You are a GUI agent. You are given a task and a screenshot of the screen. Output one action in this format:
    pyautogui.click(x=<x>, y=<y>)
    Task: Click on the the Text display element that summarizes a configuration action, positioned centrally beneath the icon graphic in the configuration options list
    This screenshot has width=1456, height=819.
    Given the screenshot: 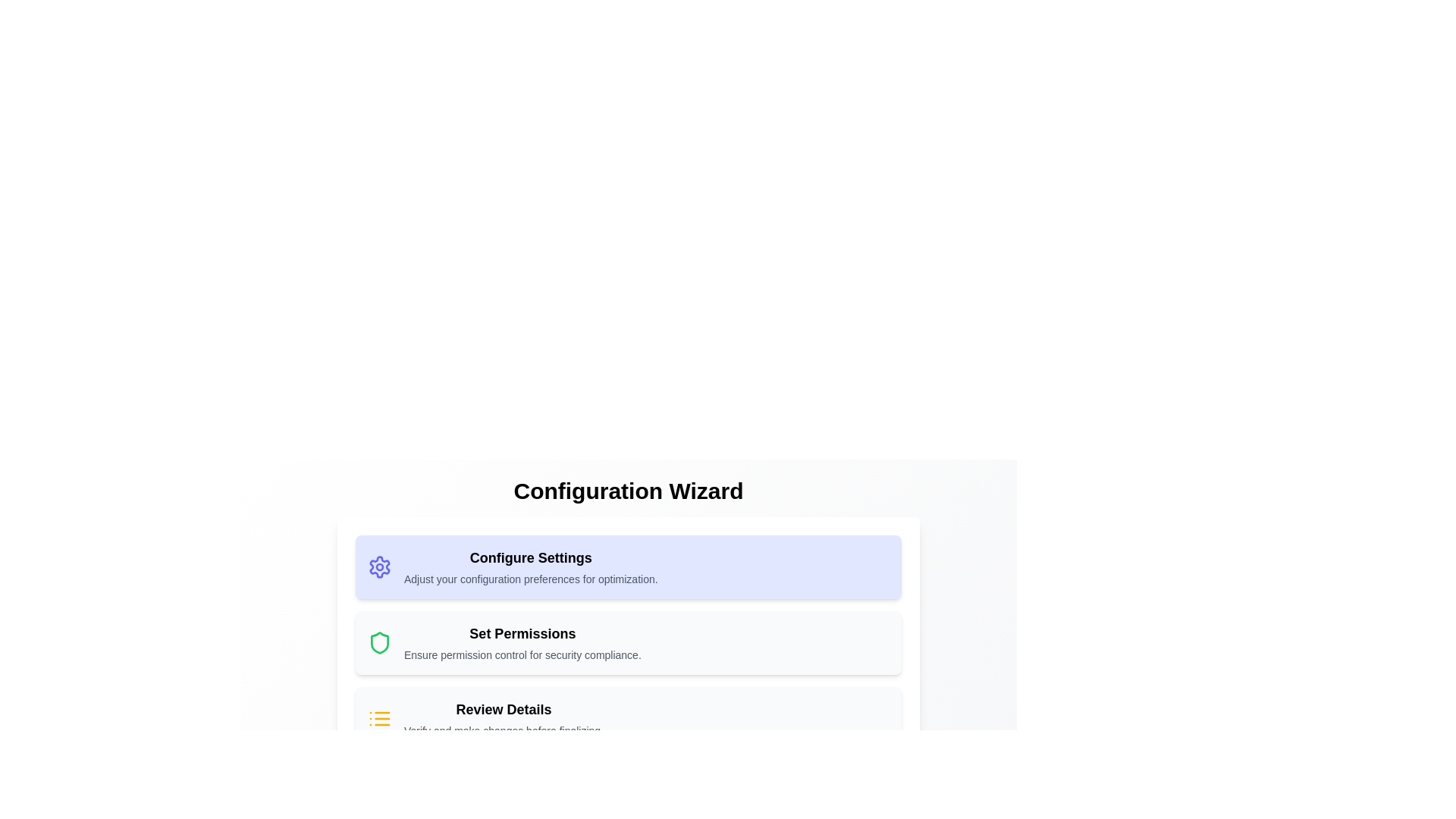 What is the action you would take?
    pyautogui.click(x=531, y=567)
    